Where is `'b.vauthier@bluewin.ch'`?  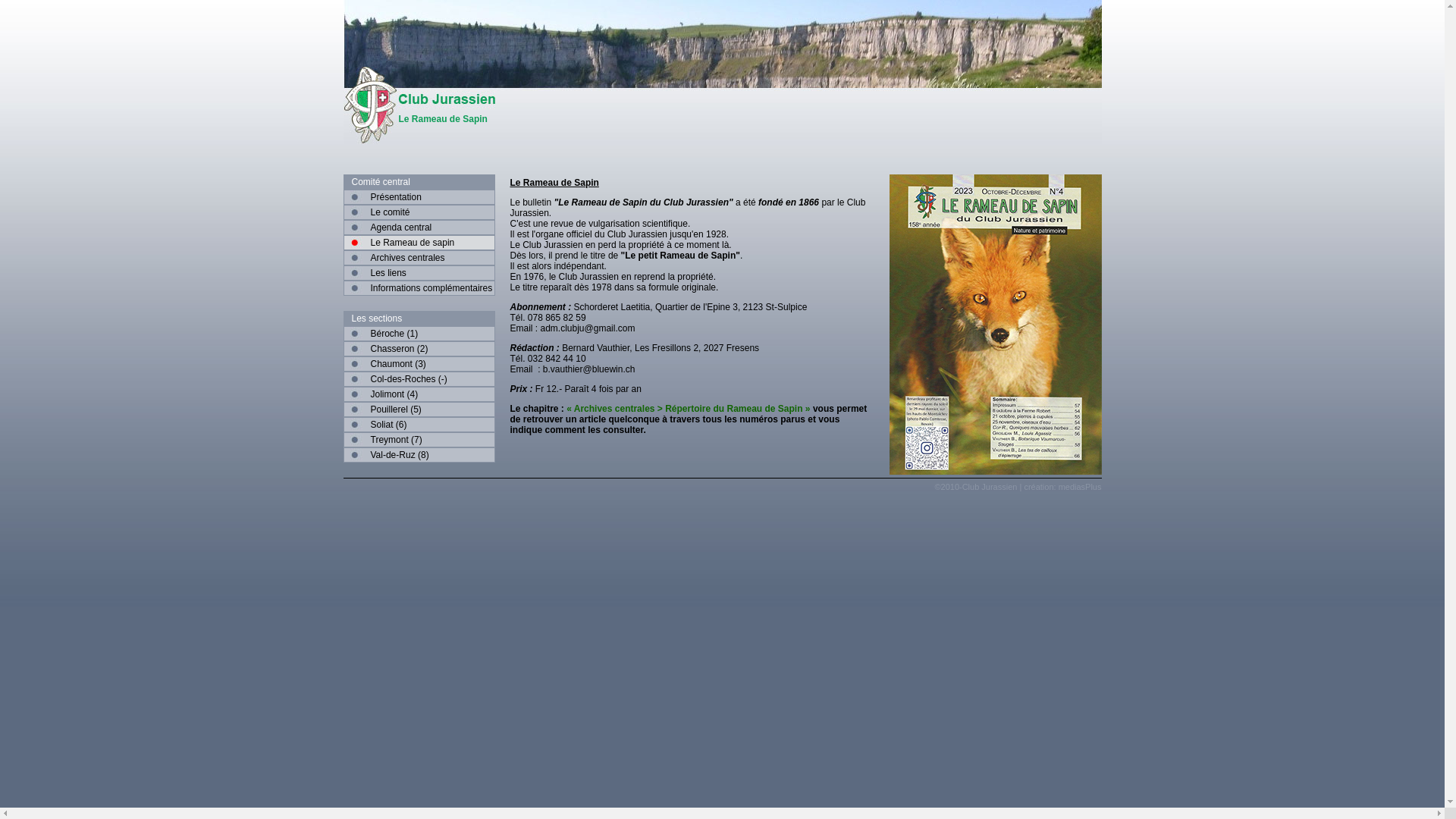 'b.vauthier@bluewin.ch' is located at coordinates (588, 369).